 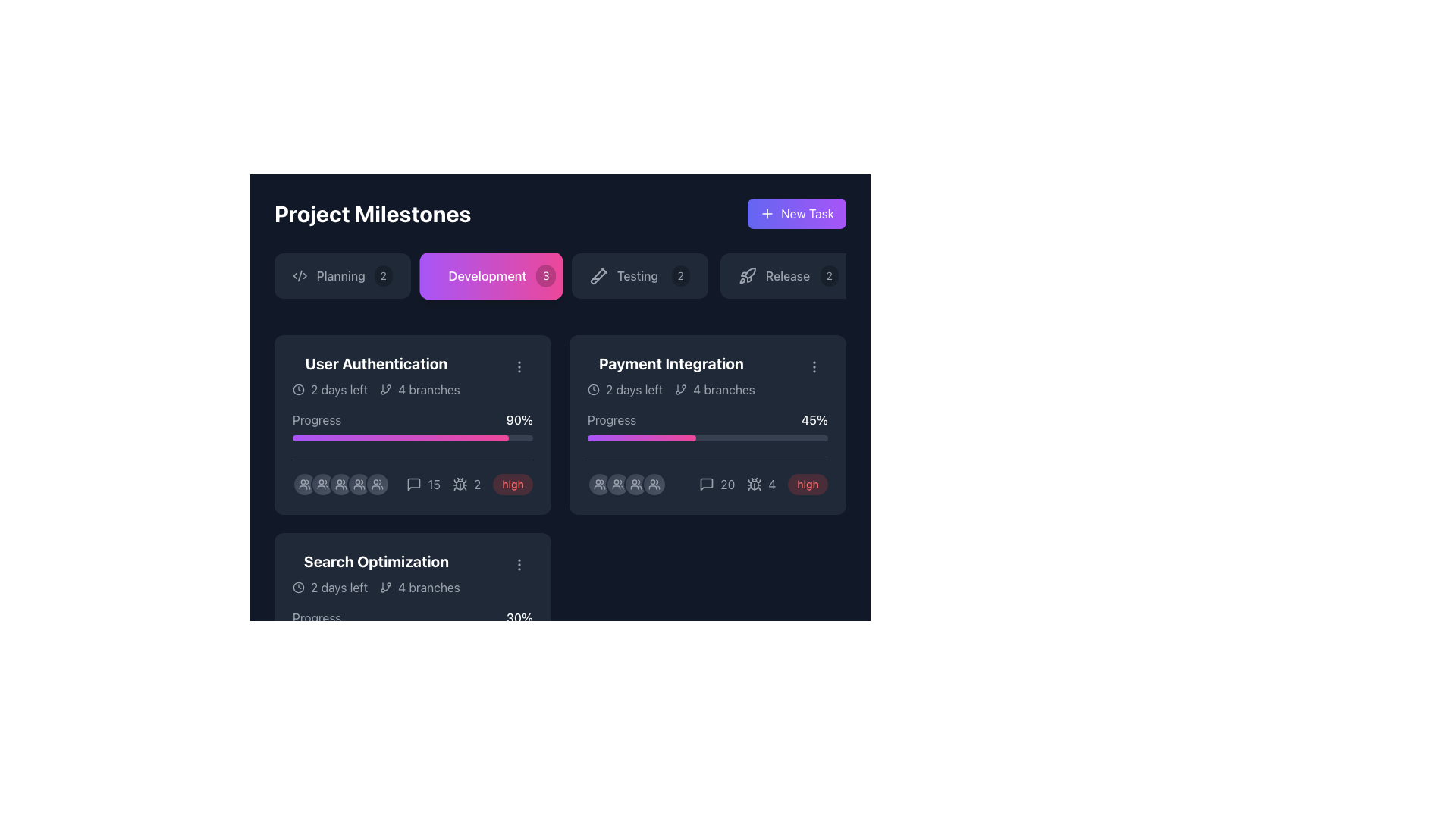 I want to click on milestone details from the informative card located in the top-left corner of the Development area grid, which provides information about the project's title, progress, remaining time, branches, and priority level, so click(x=413, y=425).